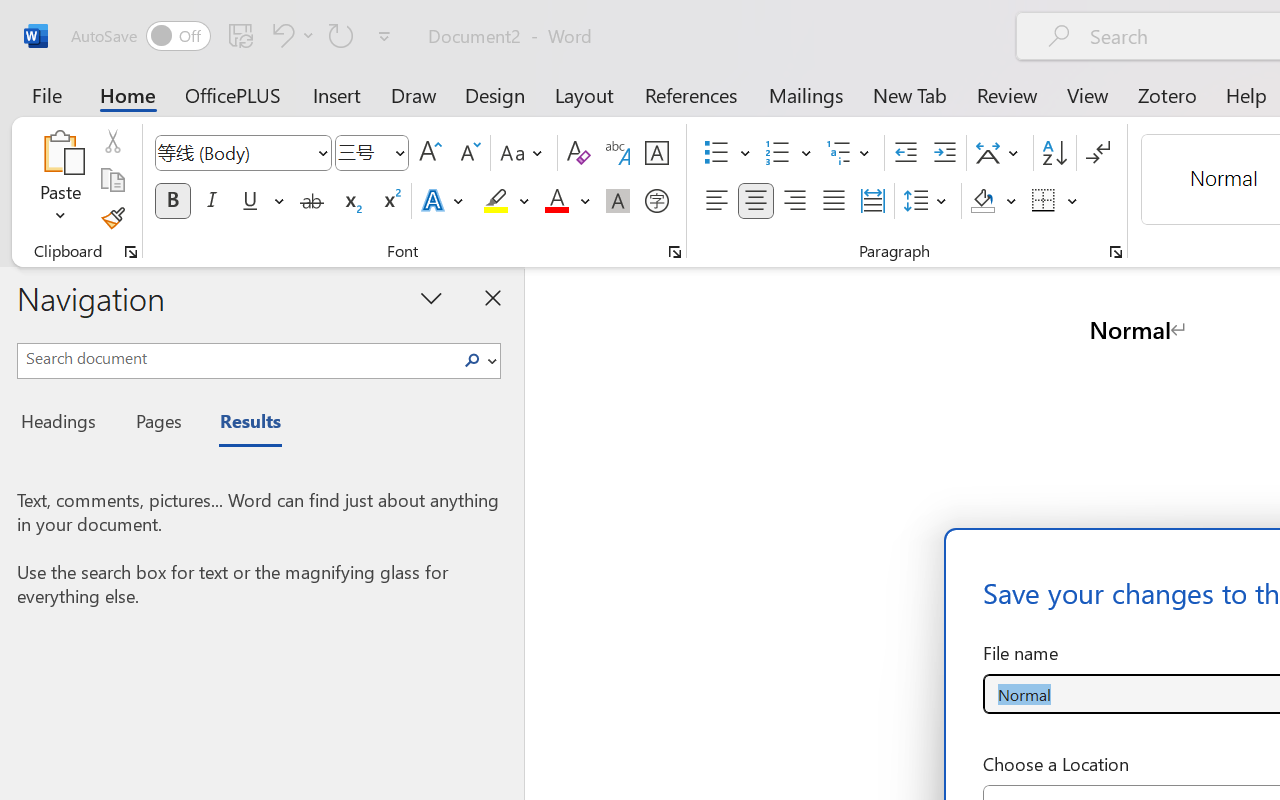  What do you see at coordinates (716, 153) in the screenshot?
I see `'Bullets'` at bounding box center [716, 153].